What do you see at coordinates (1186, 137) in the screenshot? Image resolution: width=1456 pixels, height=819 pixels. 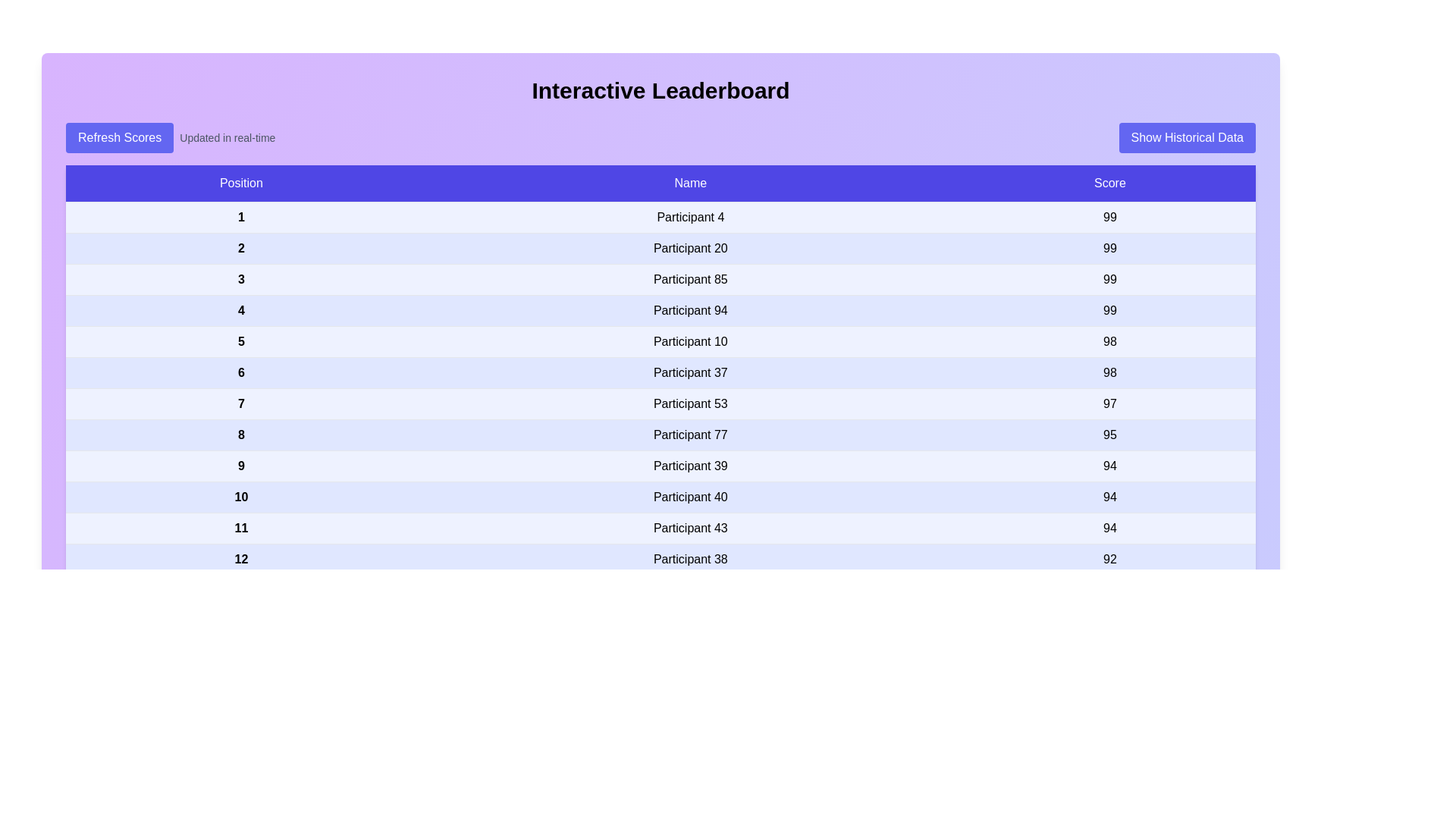 I see `the 'Show Historical Data' button to display past score information` at bounding box center [1186, 137].